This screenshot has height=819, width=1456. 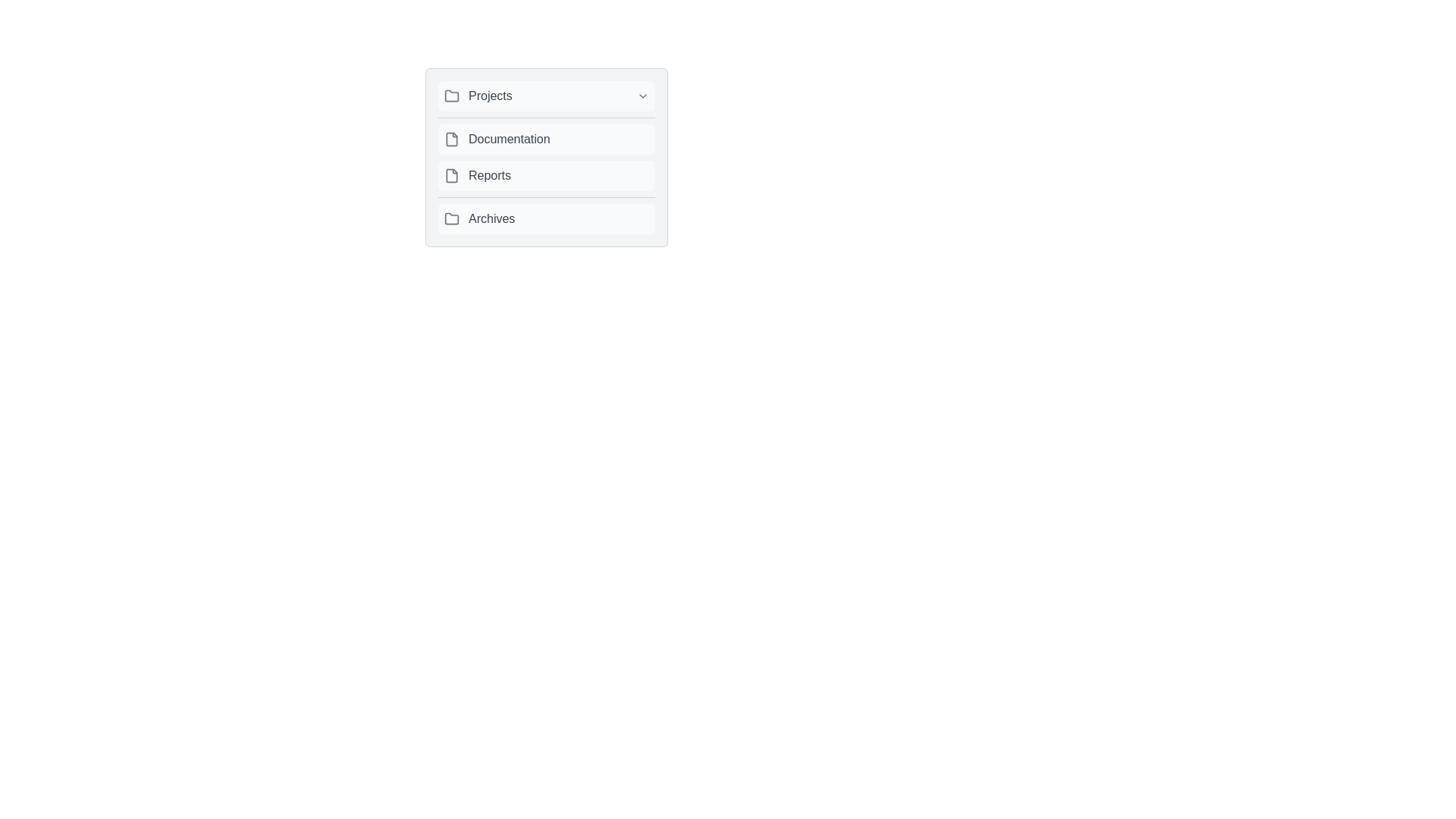 I want to click on the small document icon associated with the 'Reports' label, which is the third item in the vertical list, so click(x=450, y=174).